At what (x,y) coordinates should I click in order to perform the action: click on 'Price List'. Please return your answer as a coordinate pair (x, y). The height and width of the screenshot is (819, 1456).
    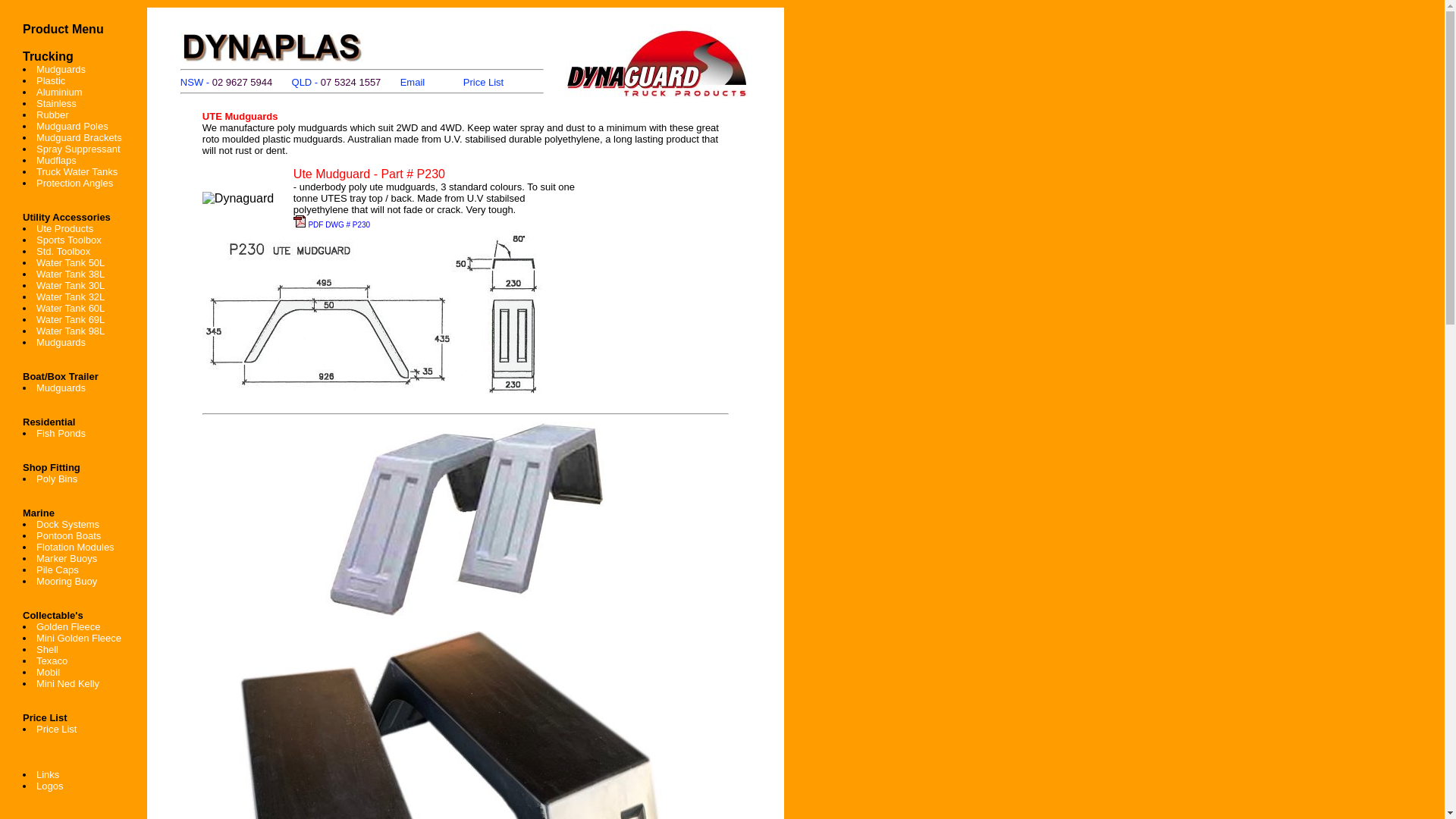
    Looking at the image, I should click on (482, 81).